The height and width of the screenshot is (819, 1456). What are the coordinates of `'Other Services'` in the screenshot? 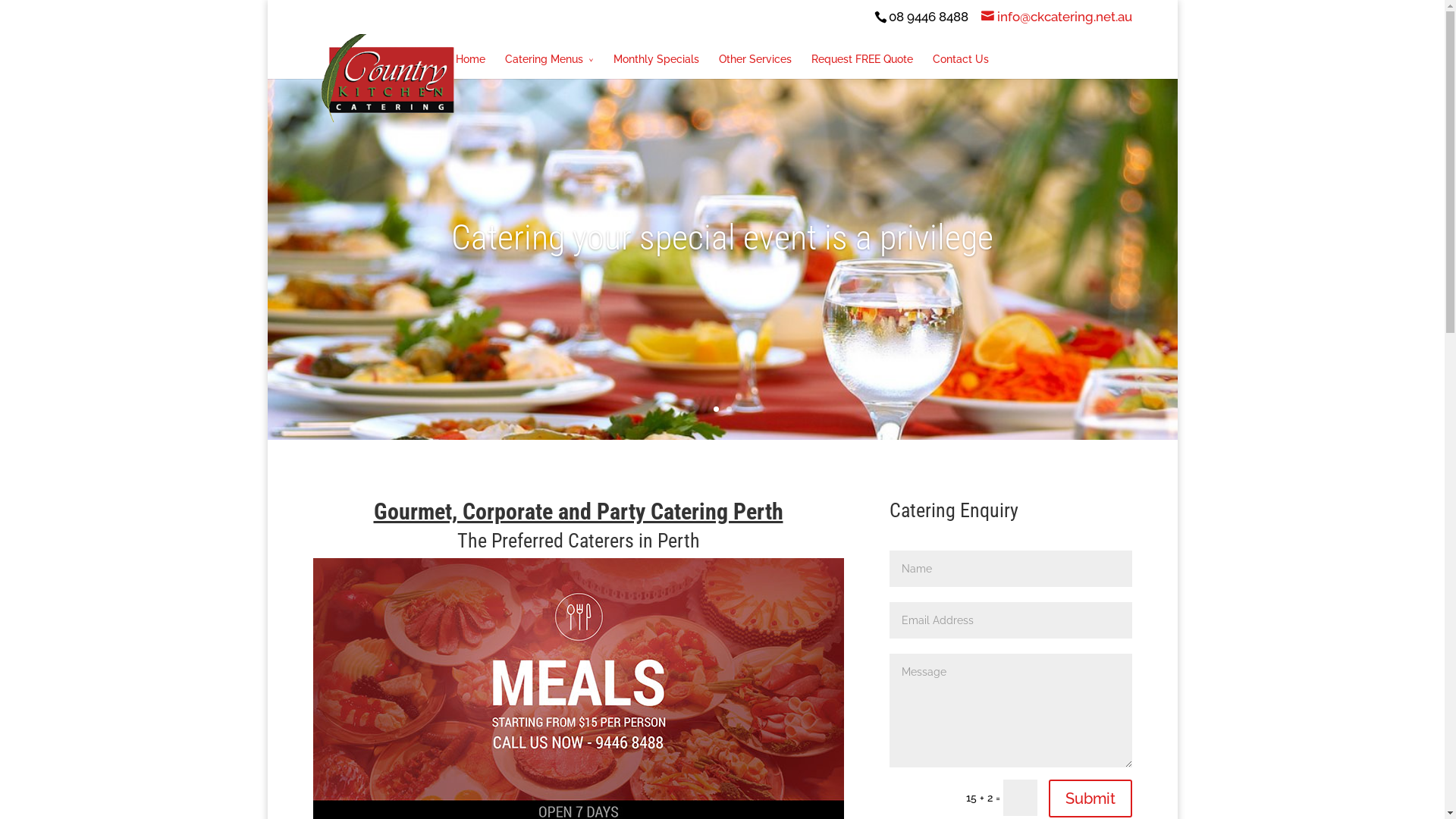 It's located at (718, 64).